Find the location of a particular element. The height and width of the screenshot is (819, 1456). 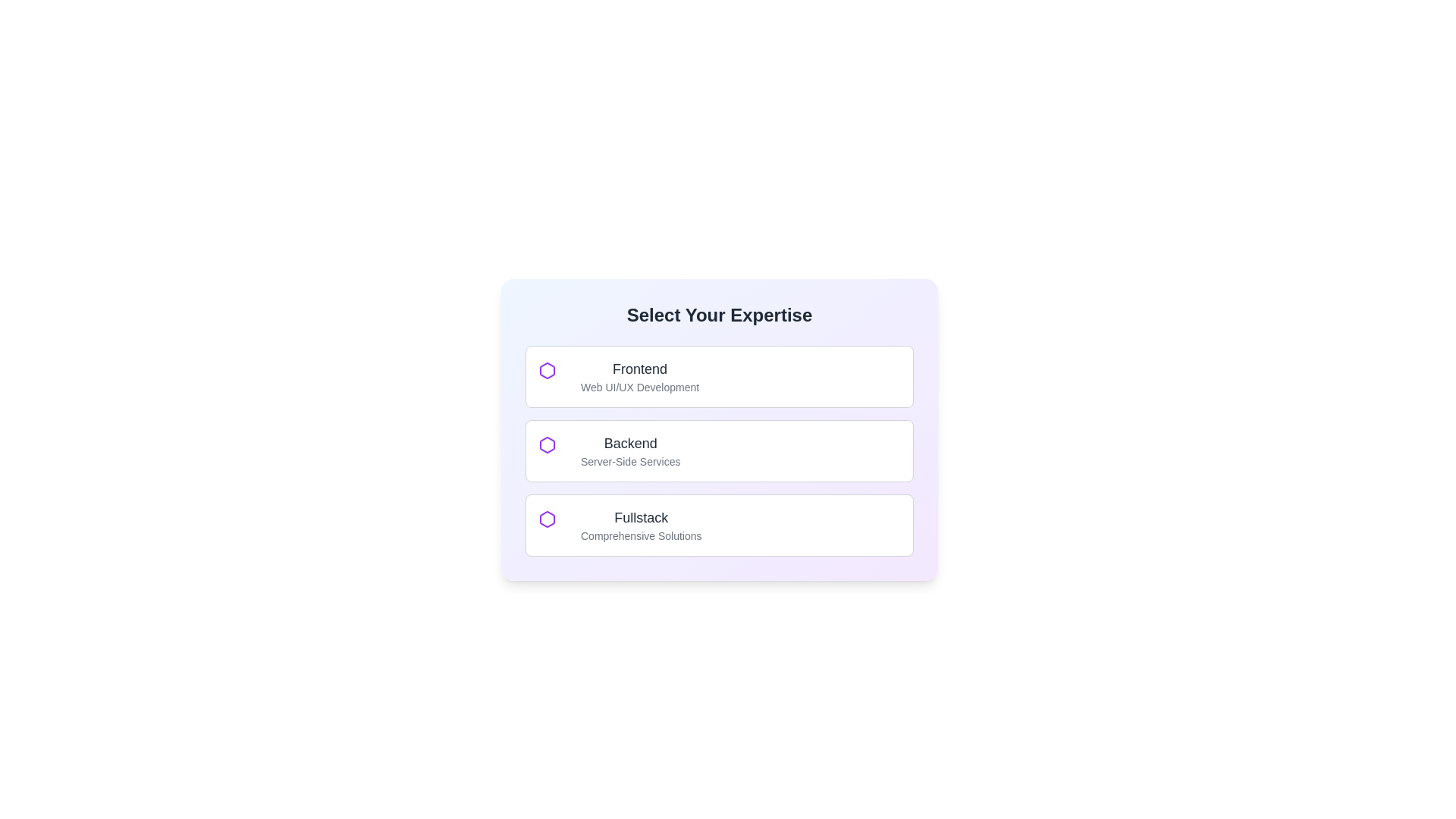

the 'Fullstack' expertise Text Label in the selection interface, which is located below the 'Backend' option and above any following content is located at coordinates (641, 525).